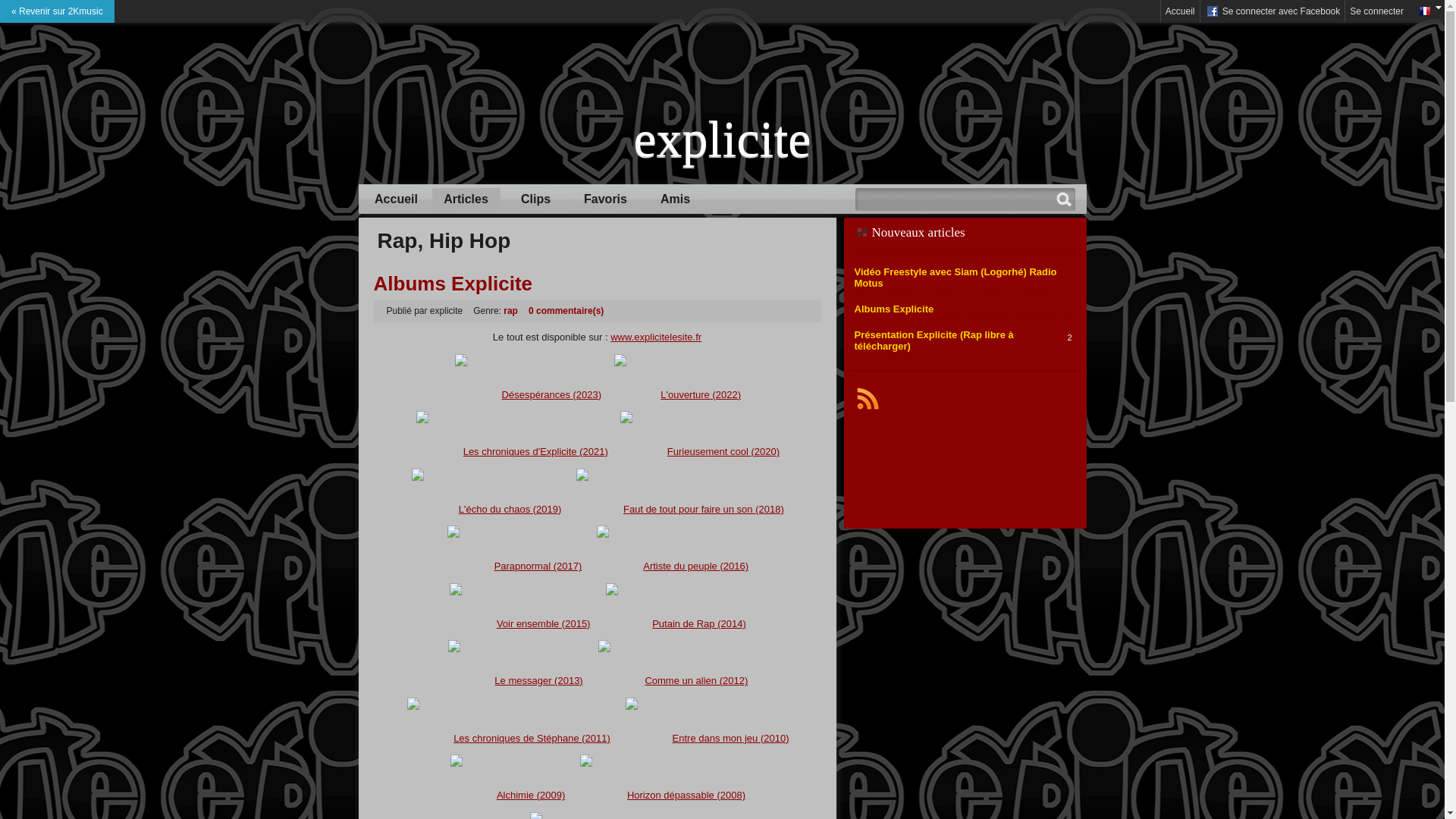  What do you see at coordinates (465, 198) in the screenshot?
I see `'Articles'` at bounding box center [465, 198].